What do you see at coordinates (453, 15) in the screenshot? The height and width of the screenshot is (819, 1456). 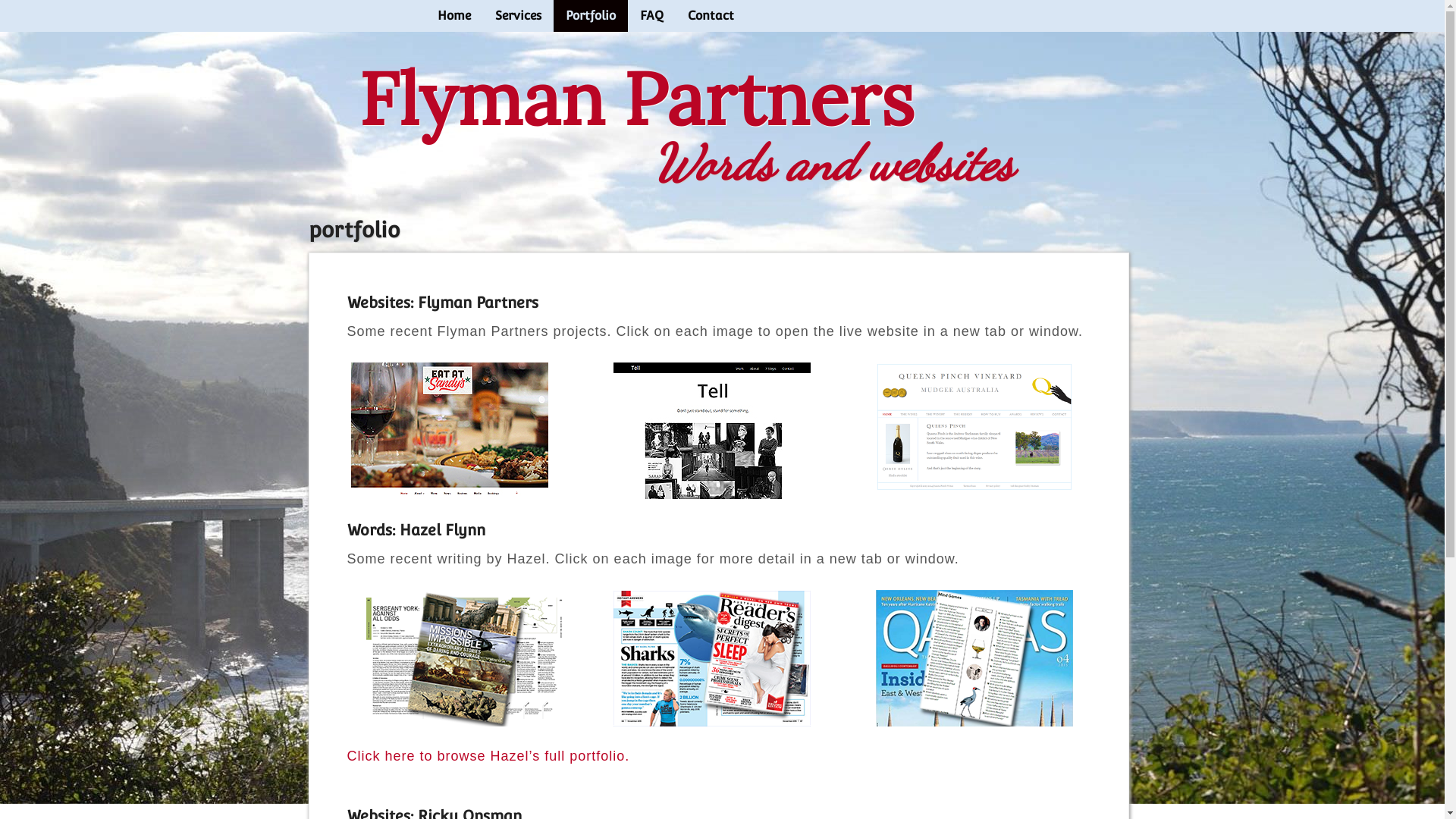 I see `'Home'` at bounding box center [453, 15].